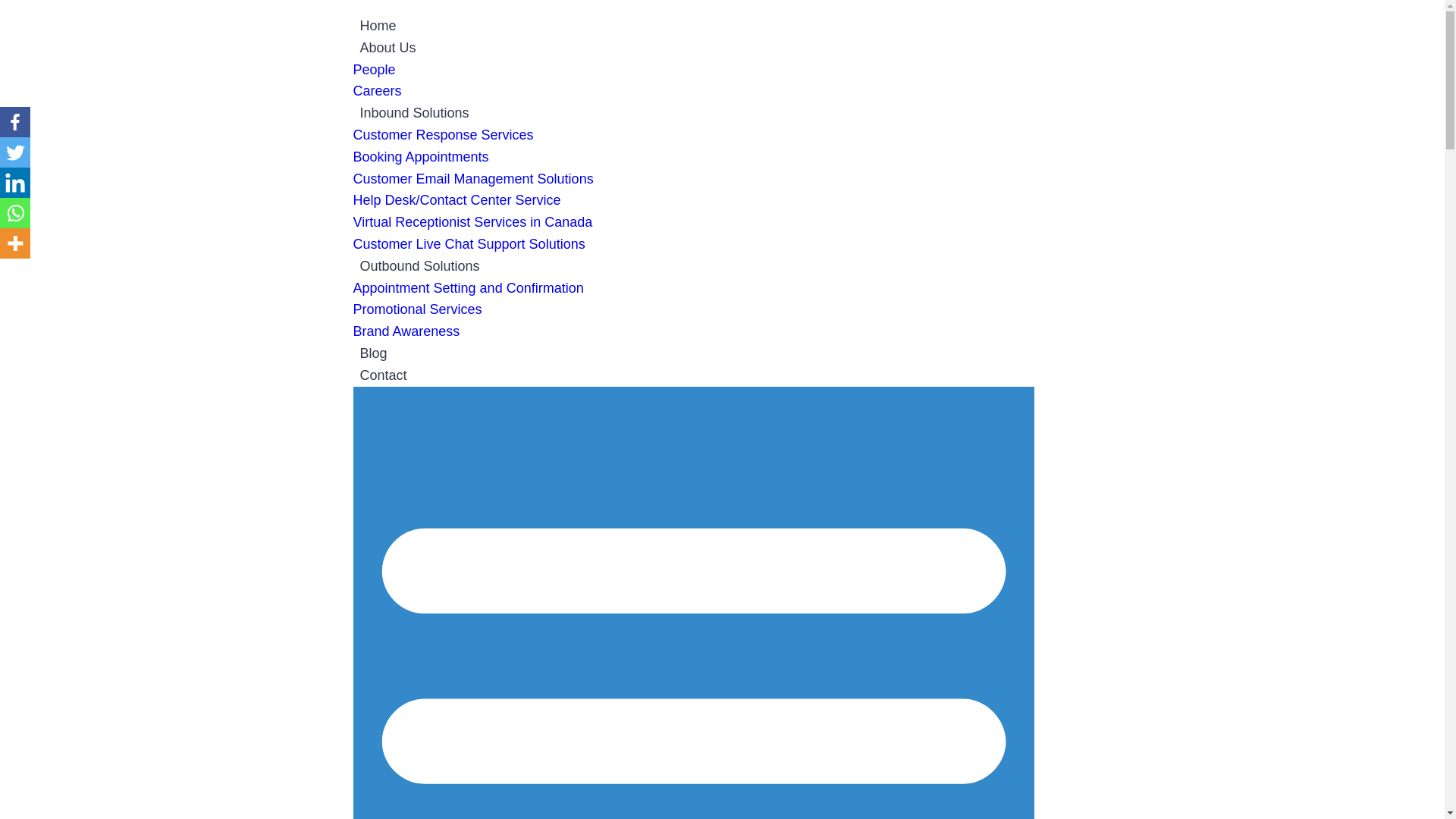 This screenshot has height=819, width=1456. Describe the element at coordinates (352, 26) in the screenshot. I see `'Home'` at that location.